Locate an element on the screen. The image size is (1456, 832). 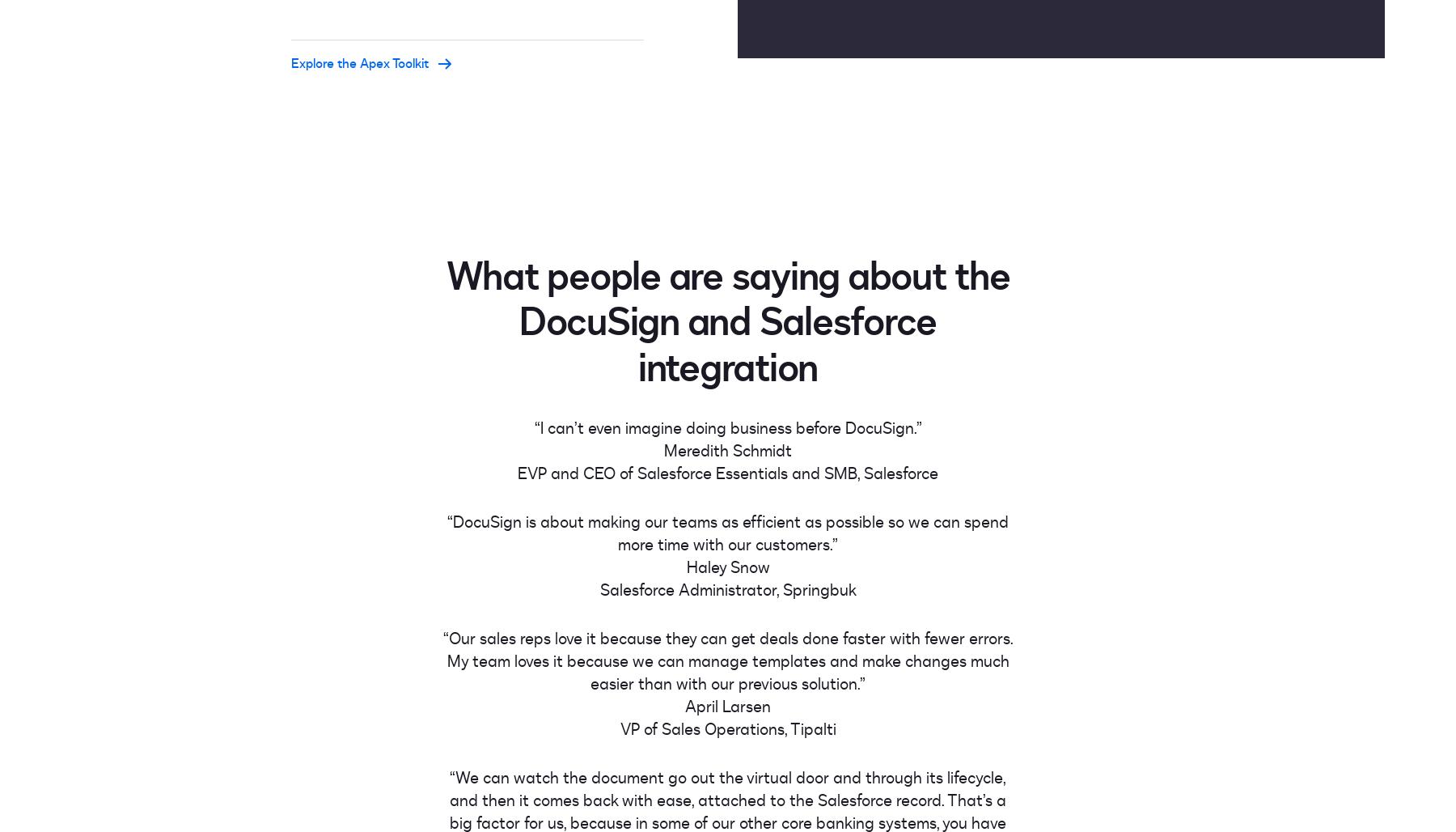
'Haley Snow' is located at coordinates (727, 567).